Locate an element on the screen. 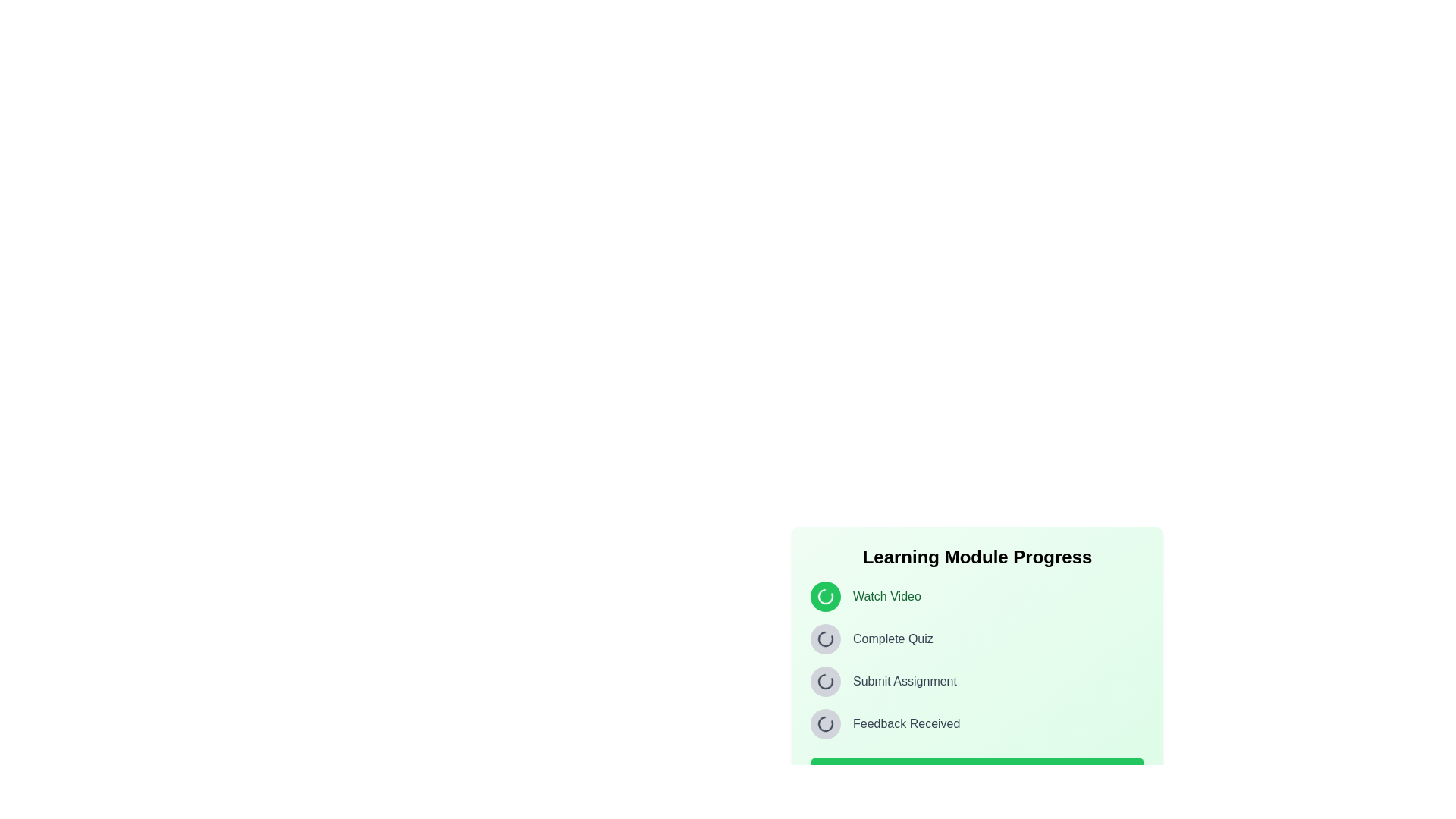 The image size is (1456, 819). the graphical loader icon indicating the ongoing state of the 'Submit Assignment' task within the learning module is located at coordinates (825, 680).